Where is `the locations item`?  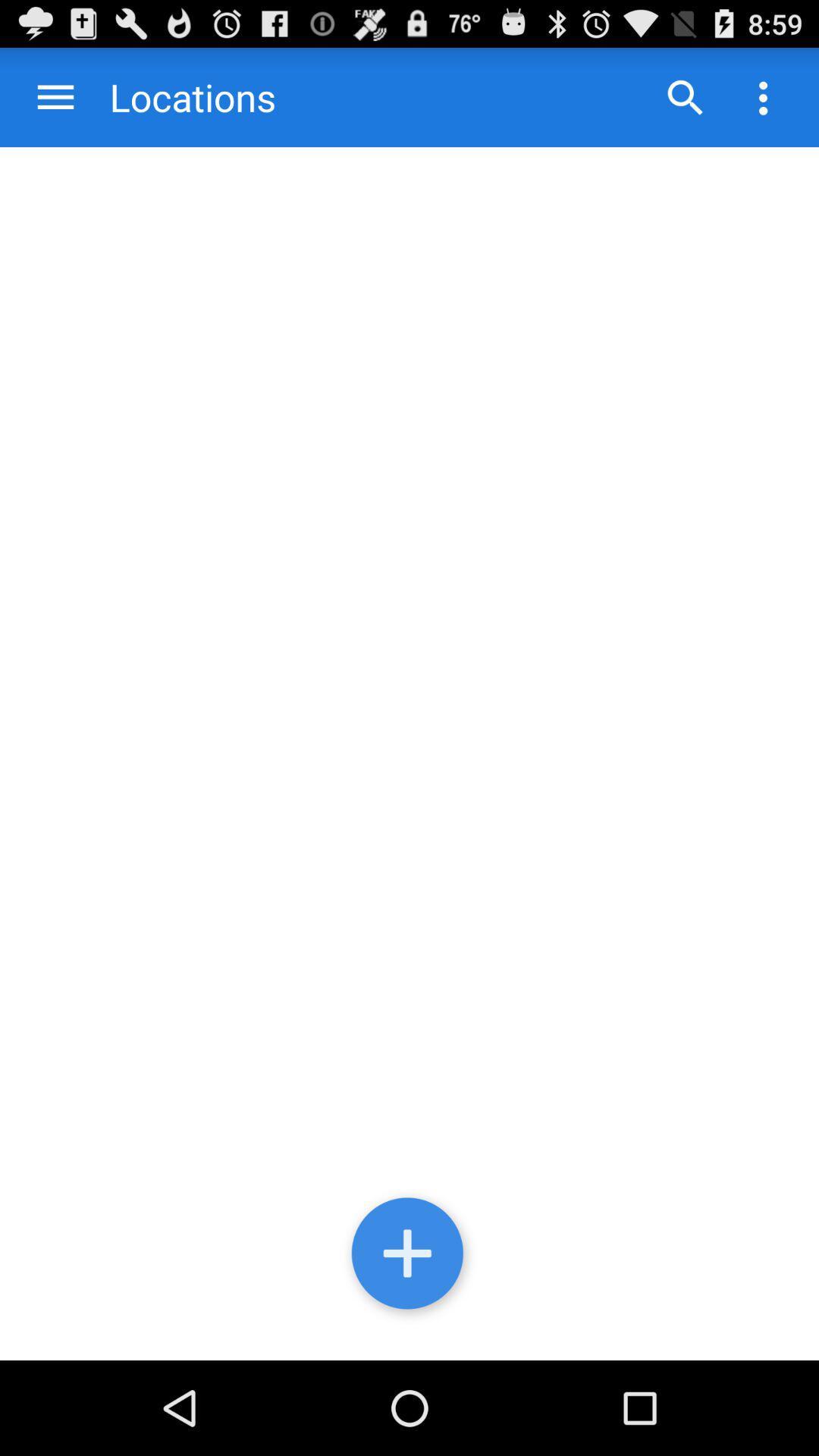
the locations item is located at coordinates (177, 96).